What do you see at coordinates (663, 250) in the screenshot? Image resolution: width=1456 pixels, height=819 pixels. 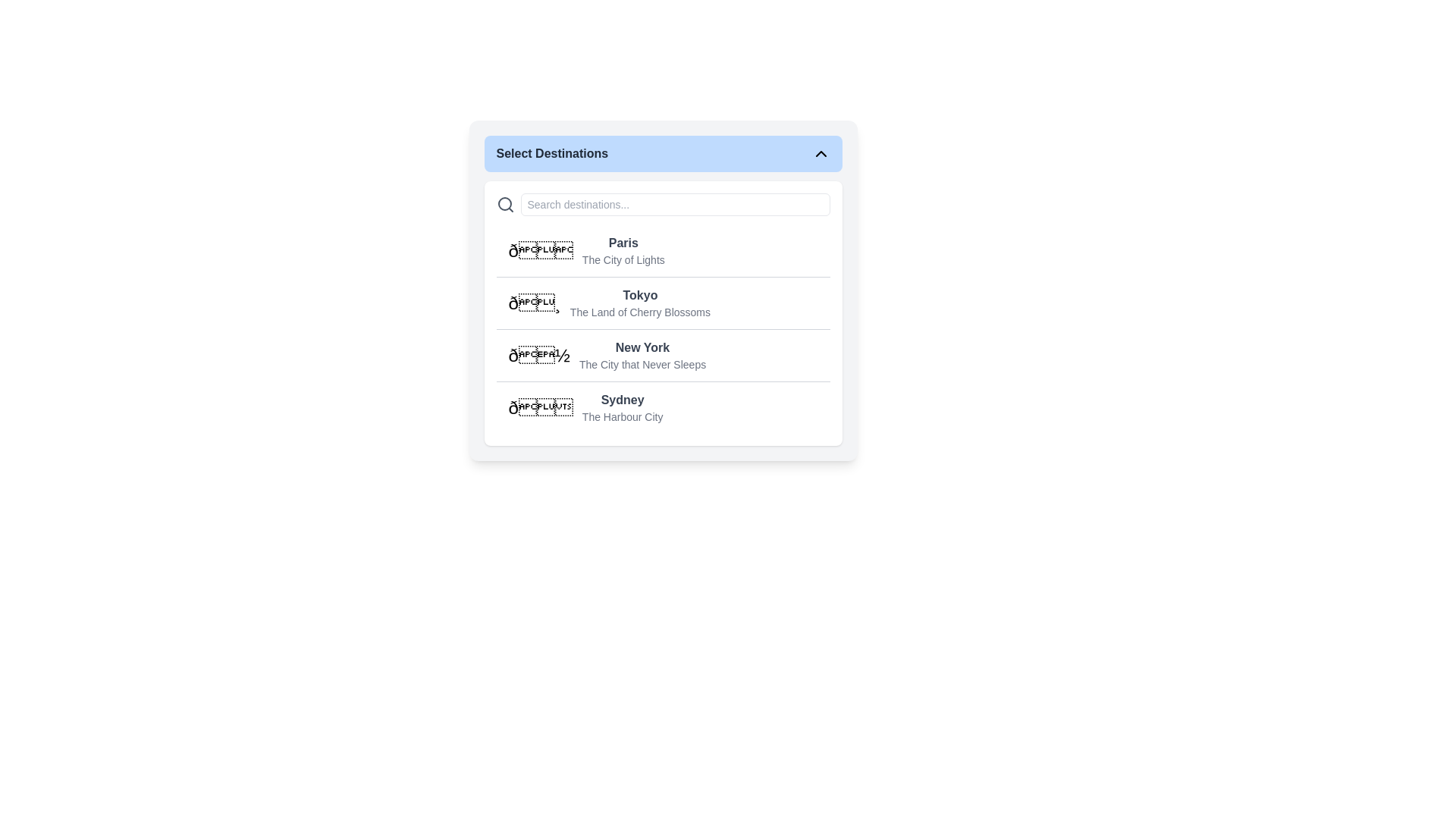 I see `the first selectable list item for 'Paris'` at bounding box center [663, 250].